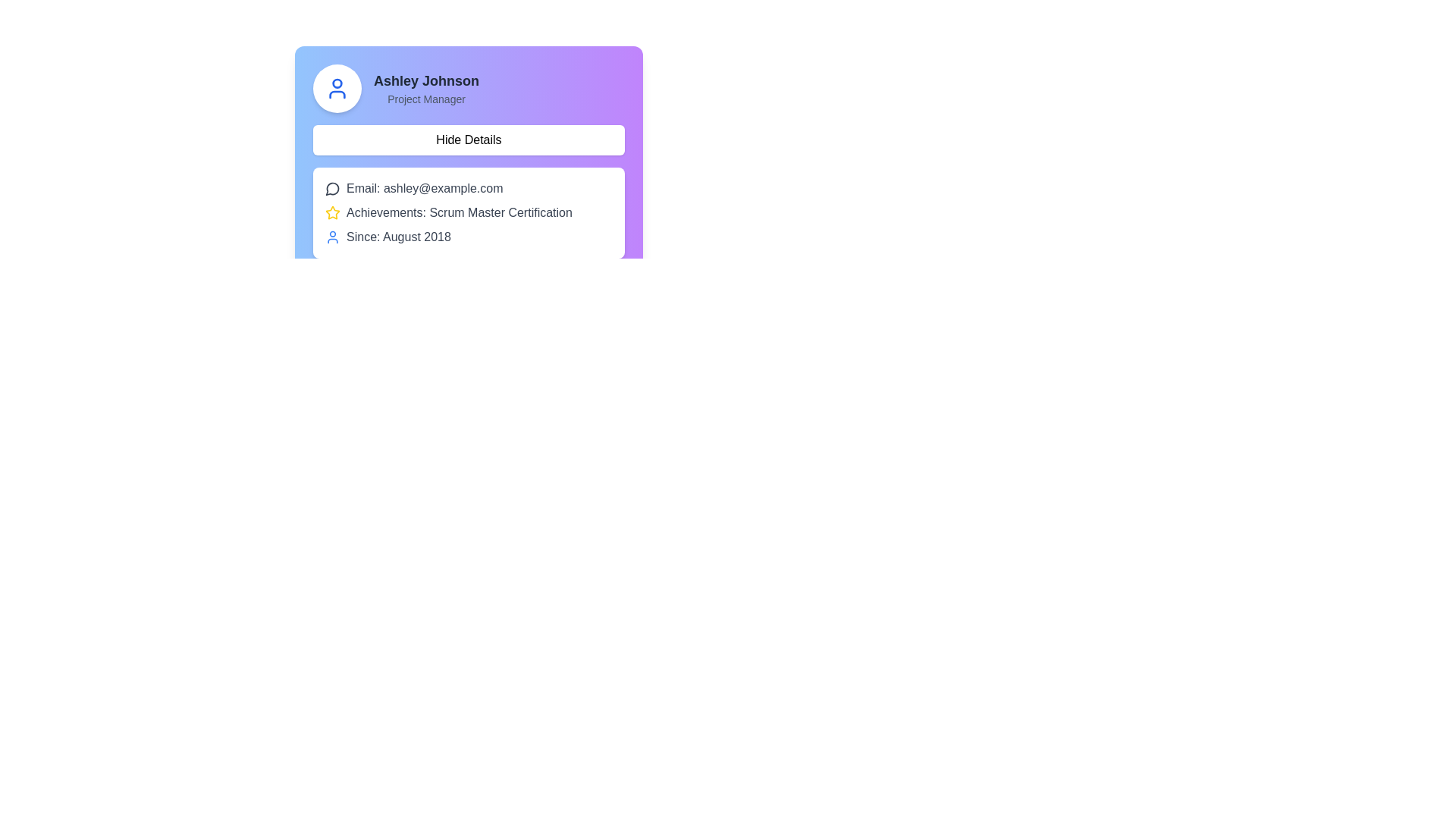  Describe the element at coordinates (468, 143) in the screenshot. I see `the button that collapses or hides additional details` at that location.